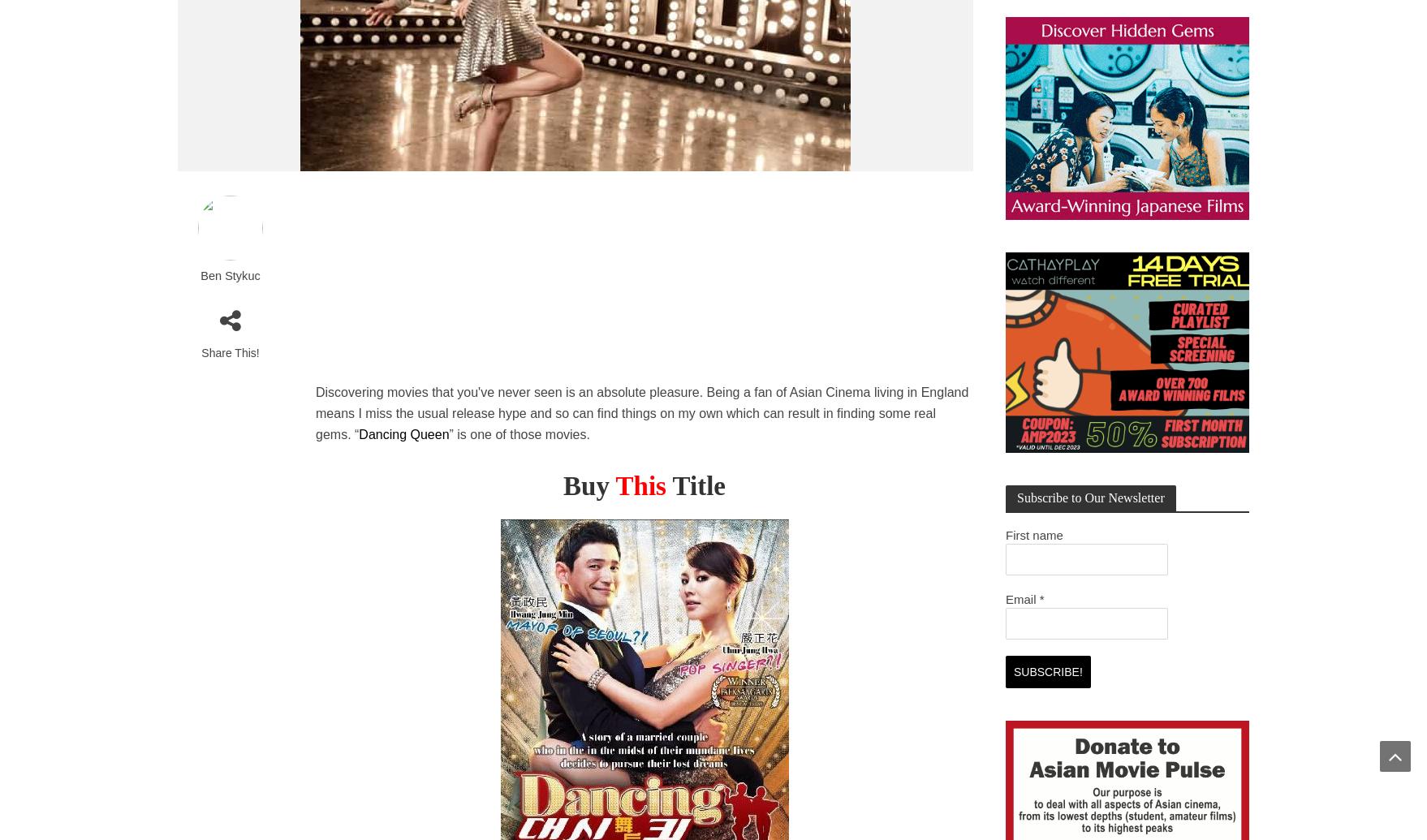 The image size is (1427, 840). What do you see at coordinates (199, 275) in the screenshot?
I see `'Ben Stykuc'` at bounding box center [199, 275].